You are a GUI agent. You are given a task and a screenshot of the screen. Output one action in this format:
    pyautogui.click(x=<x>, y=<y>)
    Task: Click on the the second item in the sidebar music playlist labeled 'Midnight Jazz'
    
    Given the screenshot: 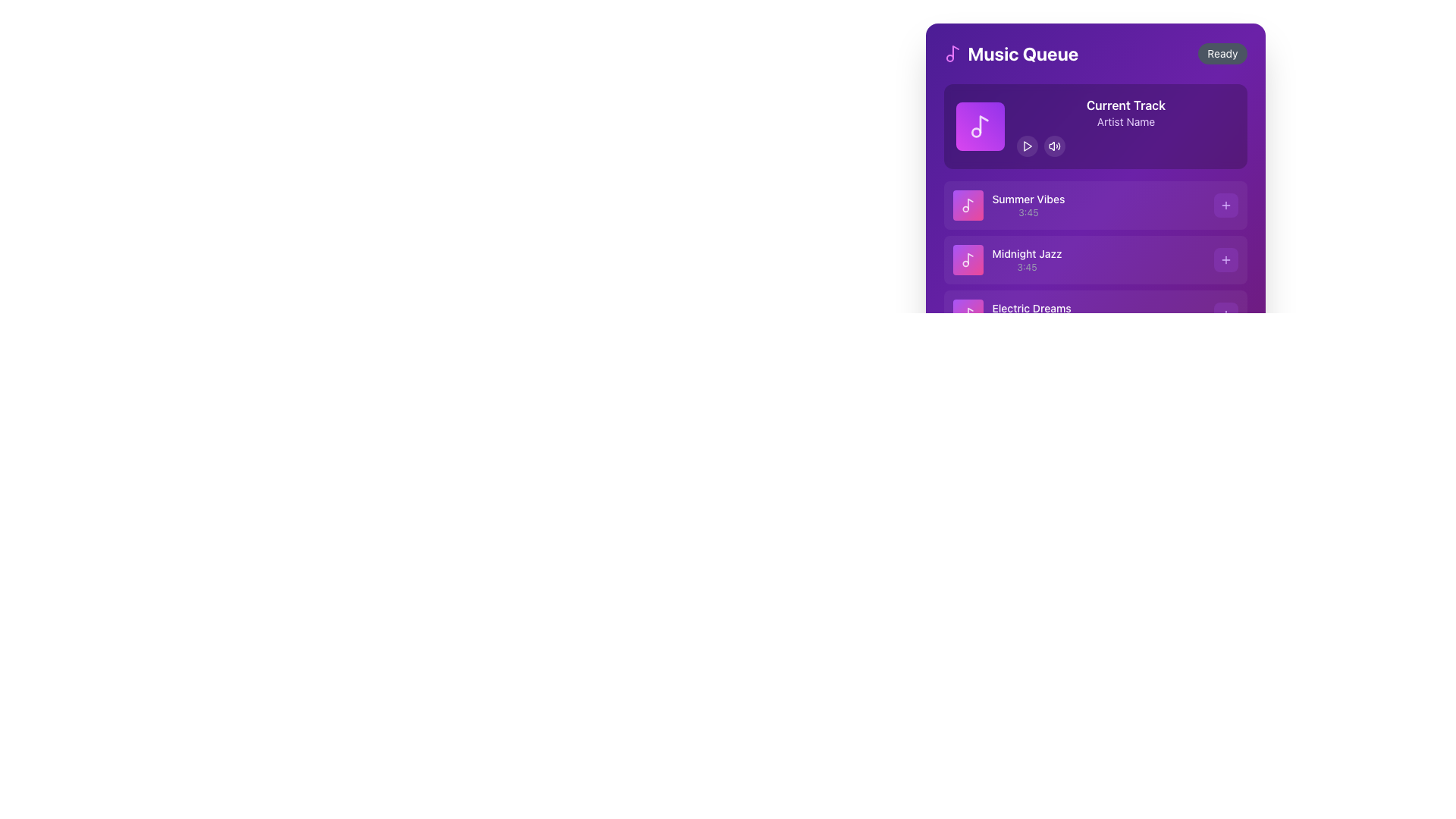 What is the action you would take?
    pyautogui.click(x=1007, y=259)
    